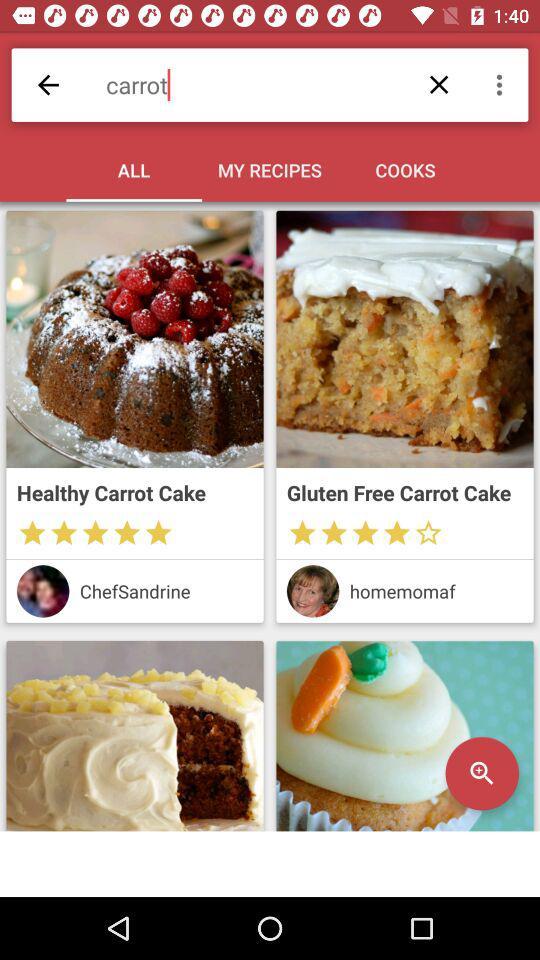  What do you see at coordinates (48, 85) in the screenshot?
I see `item to the left of the carrot icon` at bounding box center [48, 85].